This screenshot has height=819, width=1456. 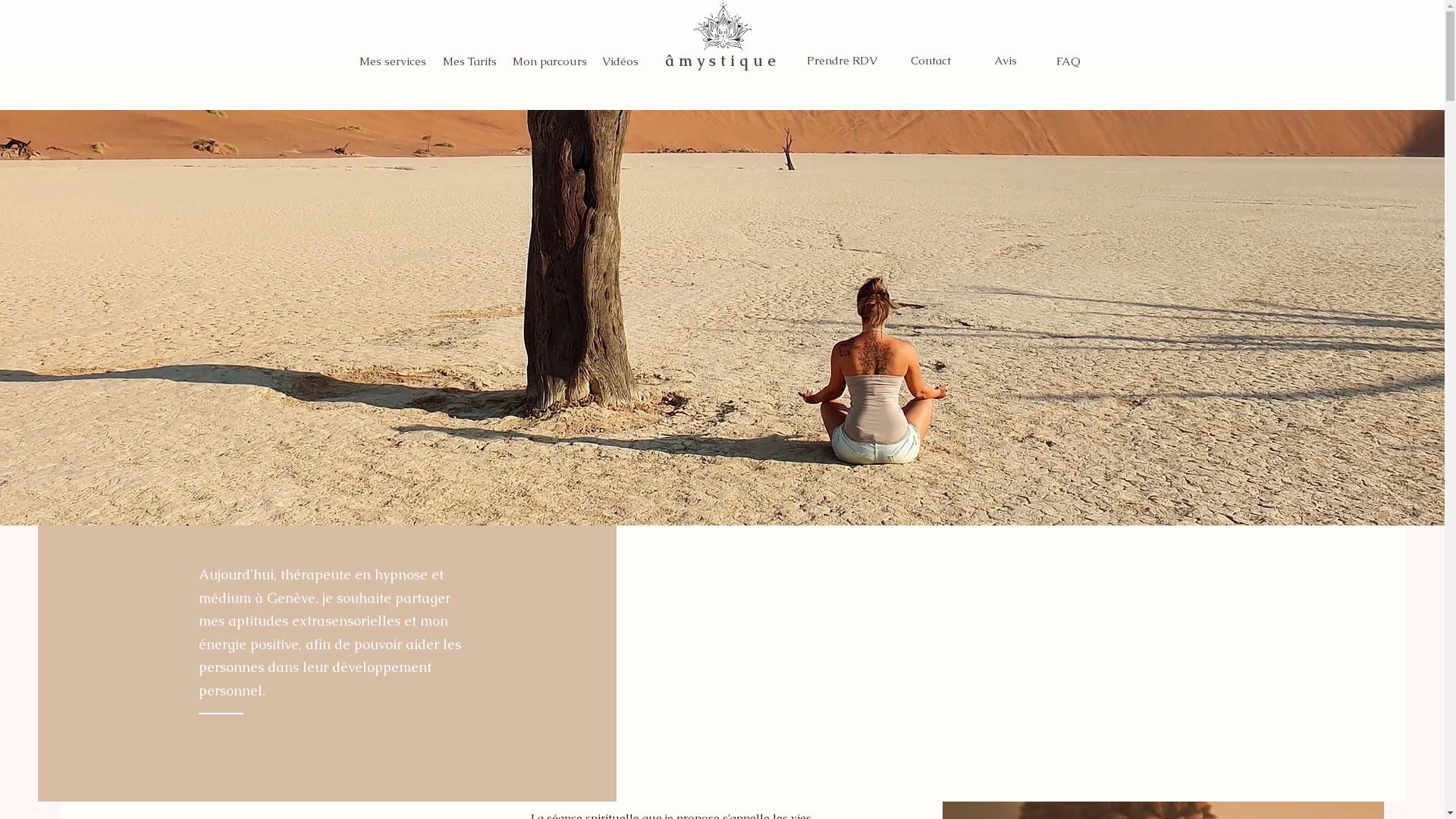 I want to click on 'FAQ', so click(x=1068, y=60).